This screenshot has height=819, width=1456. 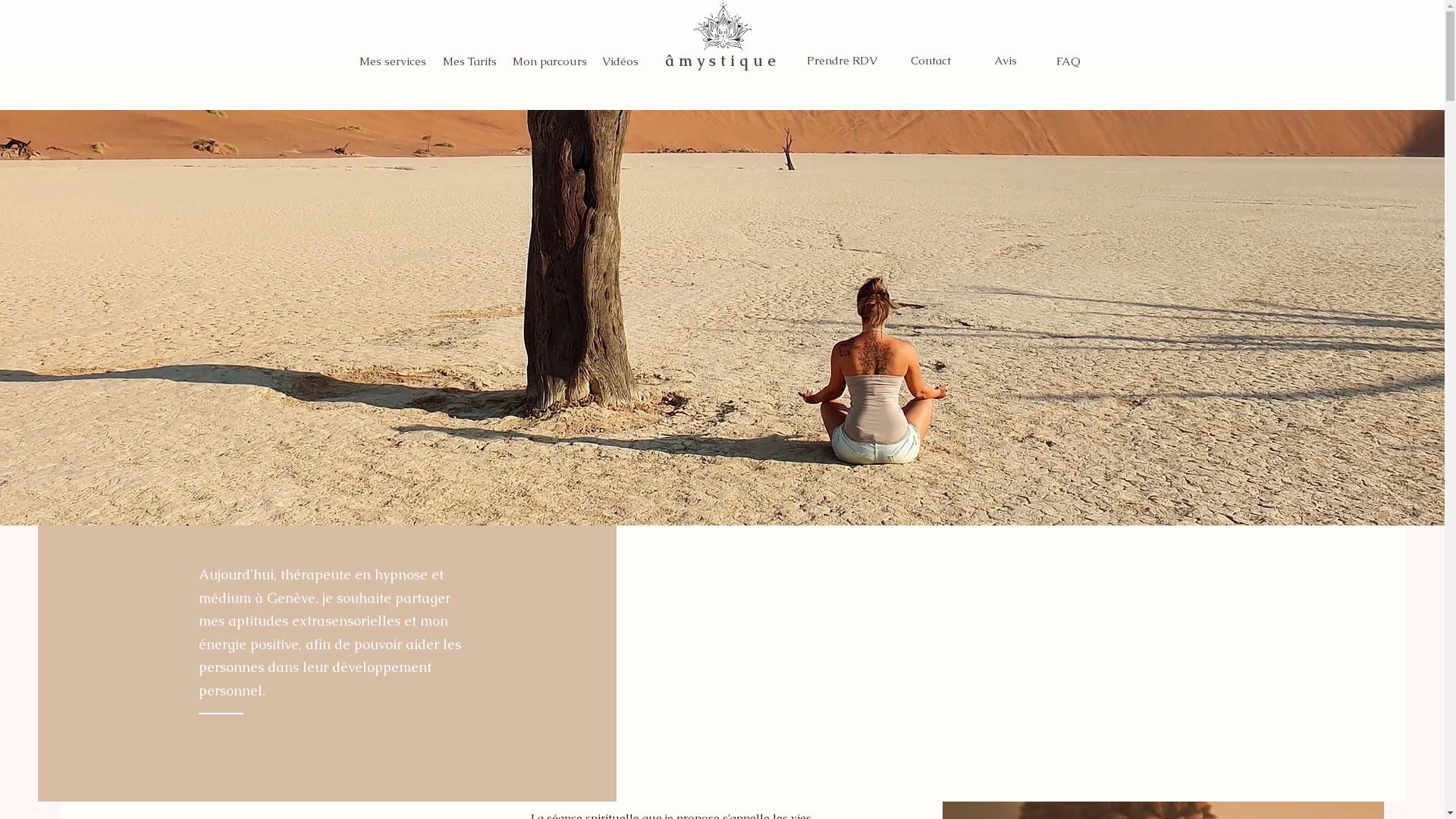 I want to click on 'FAQ', so click(x=1068, y=60).